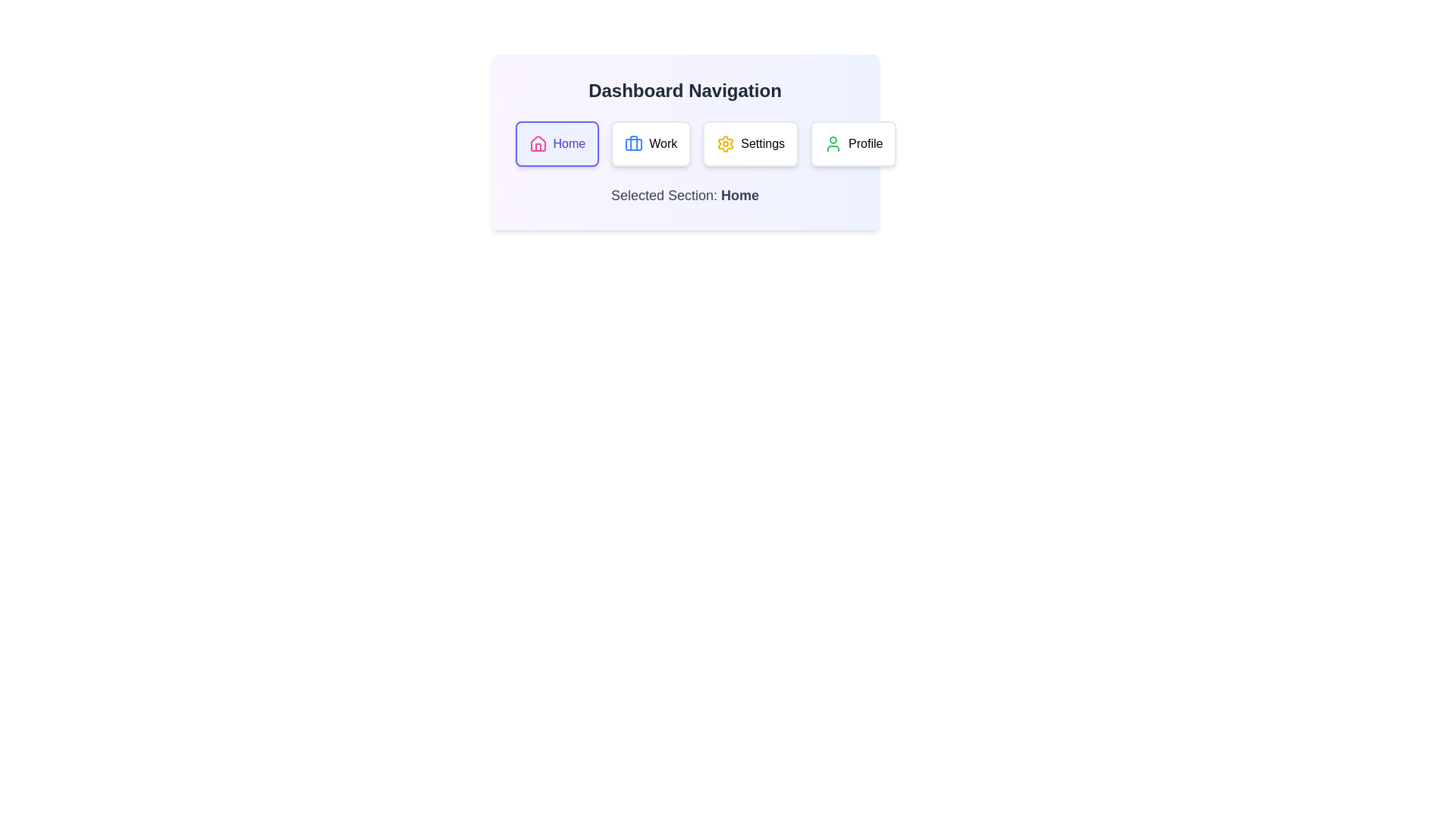 The height and width of the screenshot is (819, 1456). I want to click on the yellow gear icon representing settings functionality, which is part of the 'Settings' button on the dashboard, so click(725, 143).